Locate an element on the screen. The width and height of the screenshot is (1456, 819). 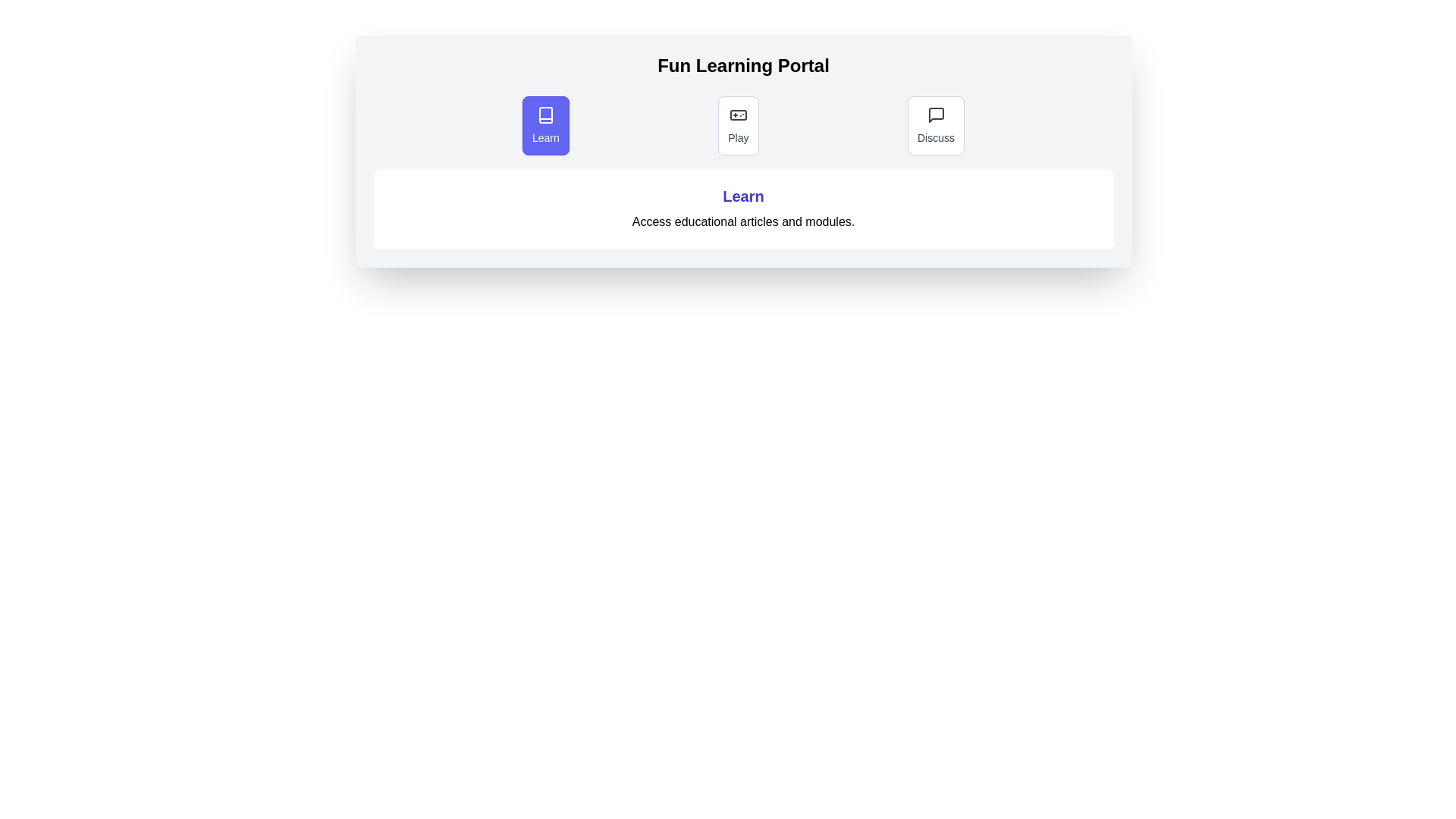
the Learn tab is located at coordinates (545, 124).